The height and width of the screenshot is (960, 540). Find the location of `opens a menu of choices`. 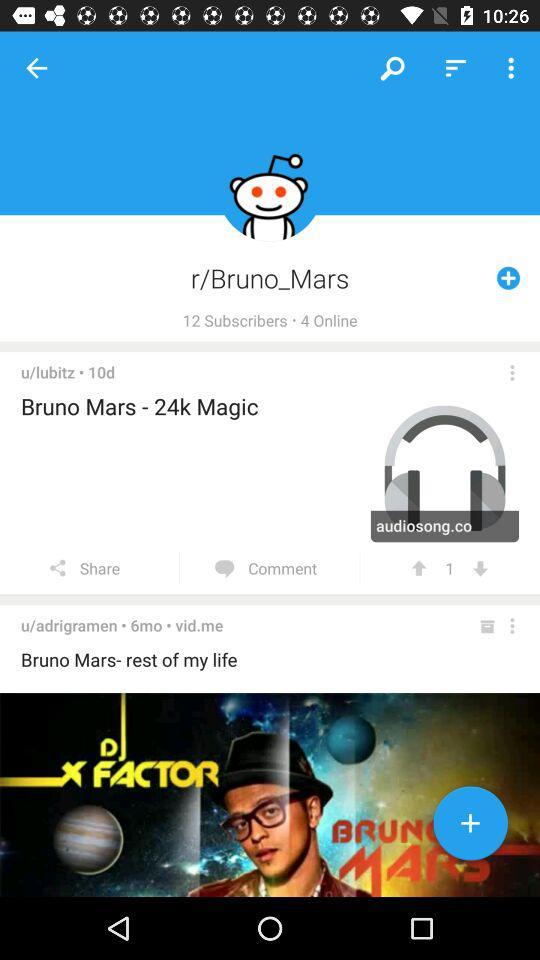

opens a menu of choices is located at coordinates (512, 371).